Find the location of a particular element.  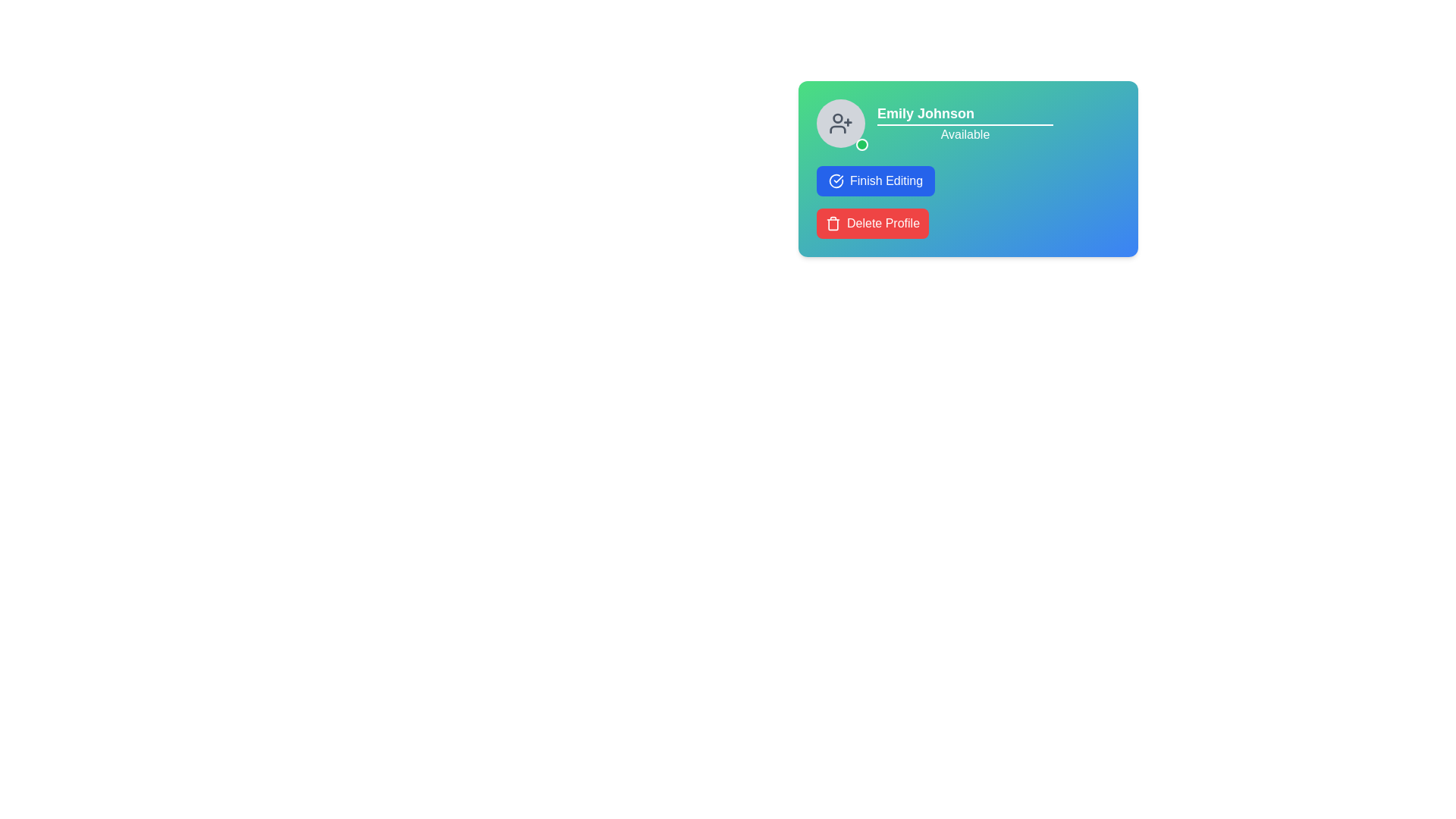

the delete icon located within the red 'Delete Profile' button at the bottom of the user profile card is located at coordinates (833, 223).